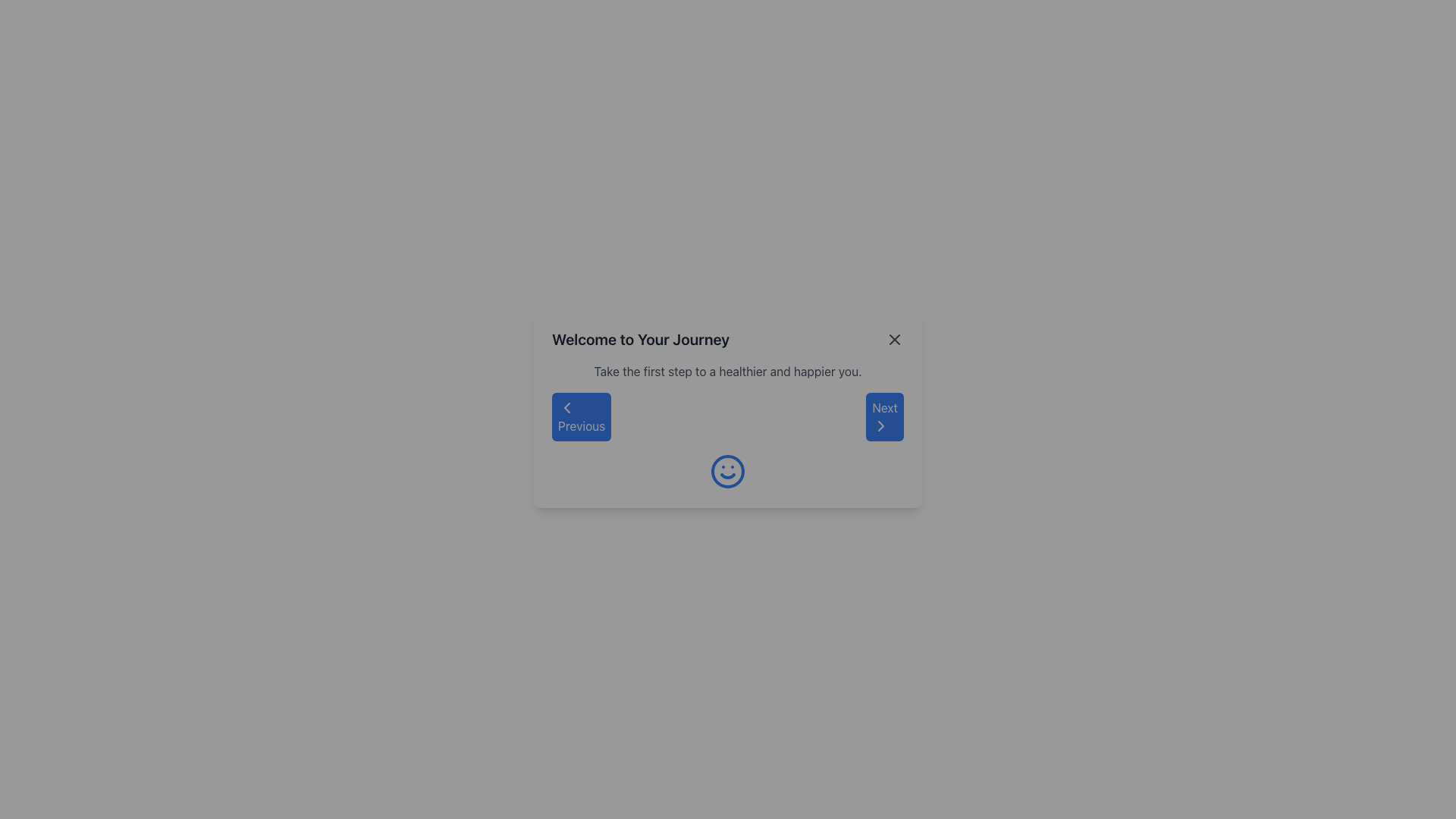 The height and width of the screenshot is (819, 1456). I want to click on the icon within the 'Next' button located in the bottom-right corner of the modal, so click(881, 426).